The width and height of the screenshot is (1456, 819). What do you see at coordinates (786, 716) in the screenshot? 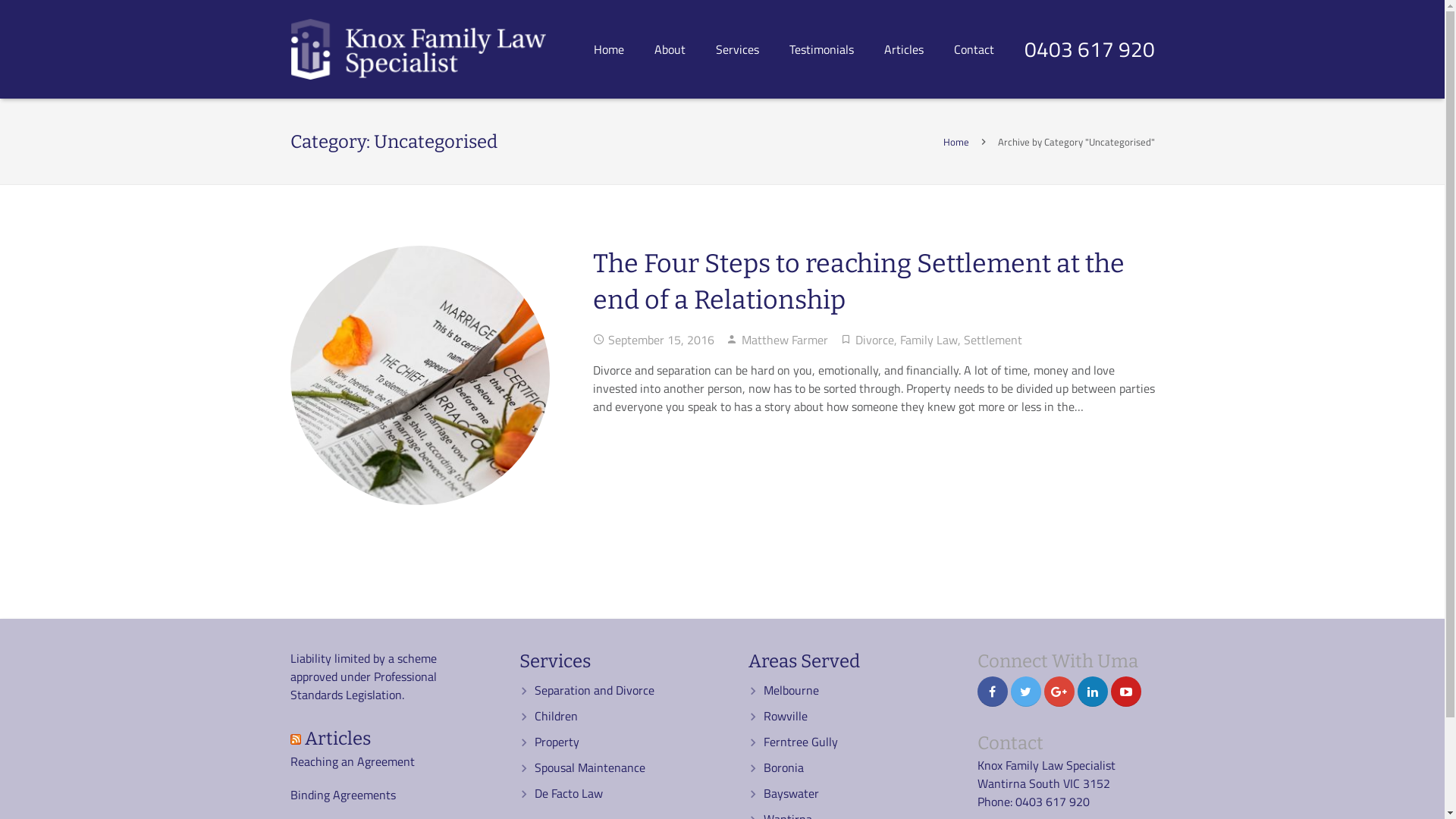
I see `'Rowville'` at bounding box center [786, 716].